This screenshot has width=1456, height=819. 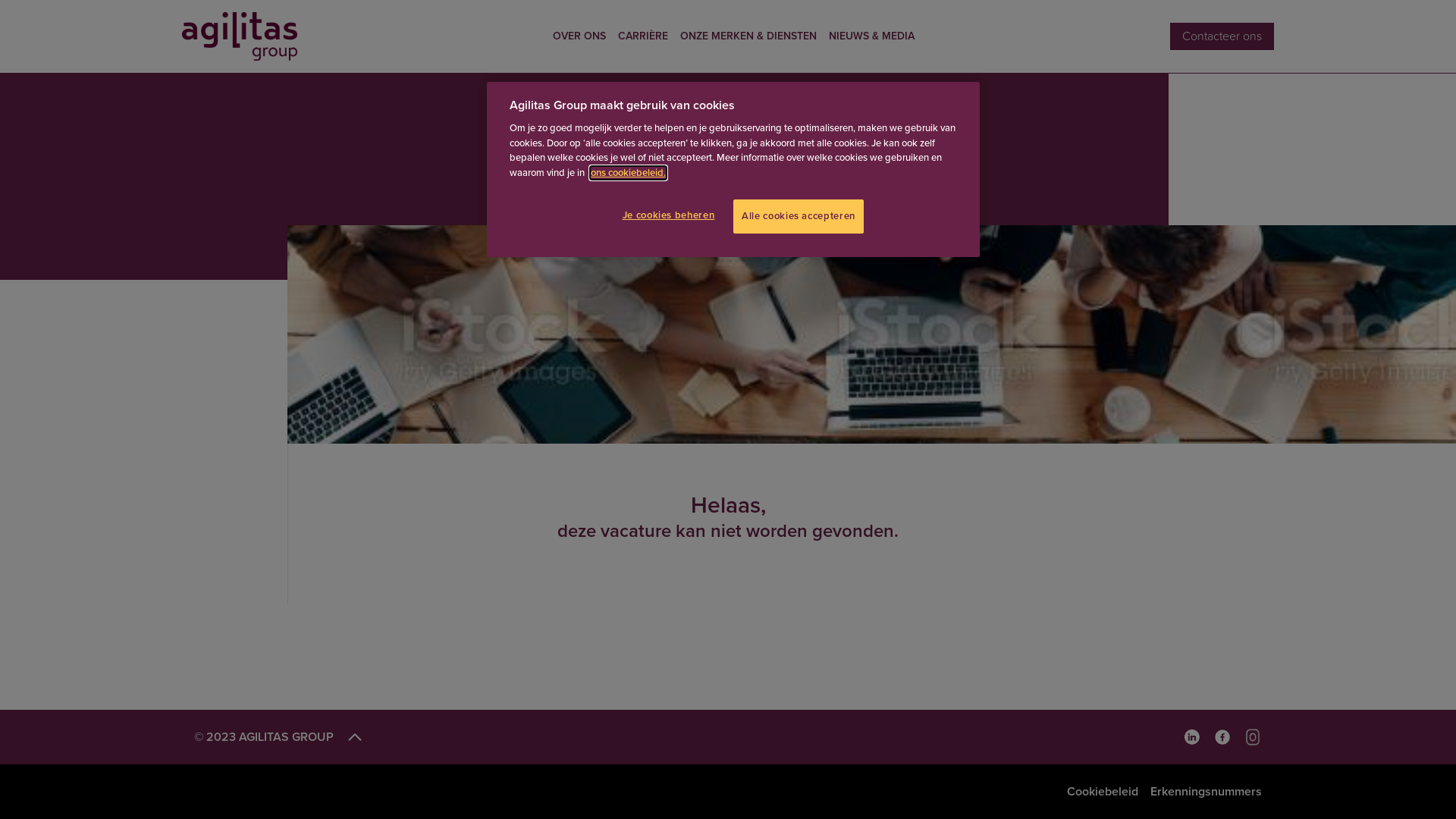 What do you see at coordinates (1150, 791) in the screenshot?
I see `'Erkenningsnummers'` at bounding box center [1150, 791].